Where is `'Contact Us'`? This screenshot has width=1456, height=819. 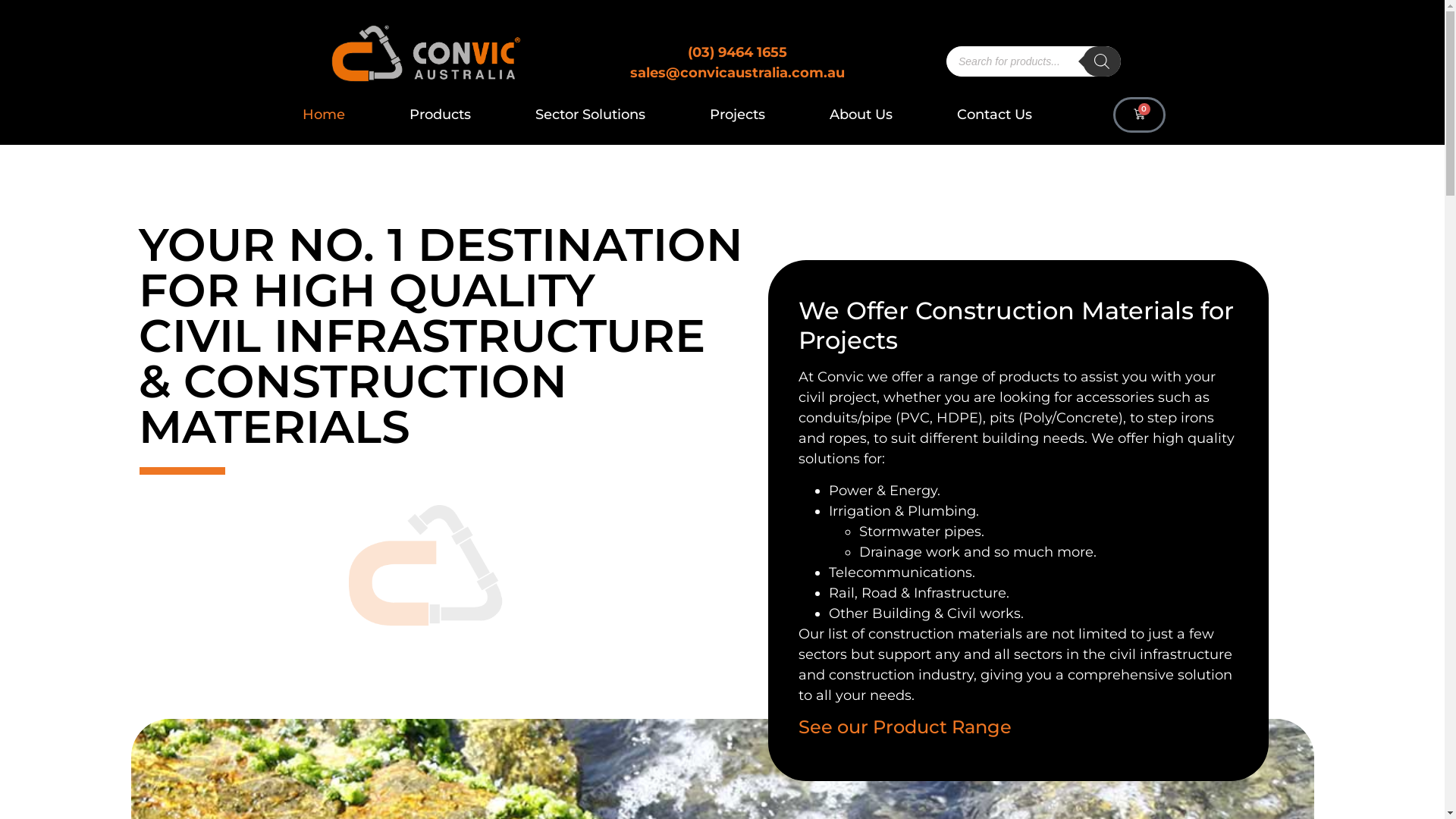 'Contact Us' is located at coordinates (994, 113).